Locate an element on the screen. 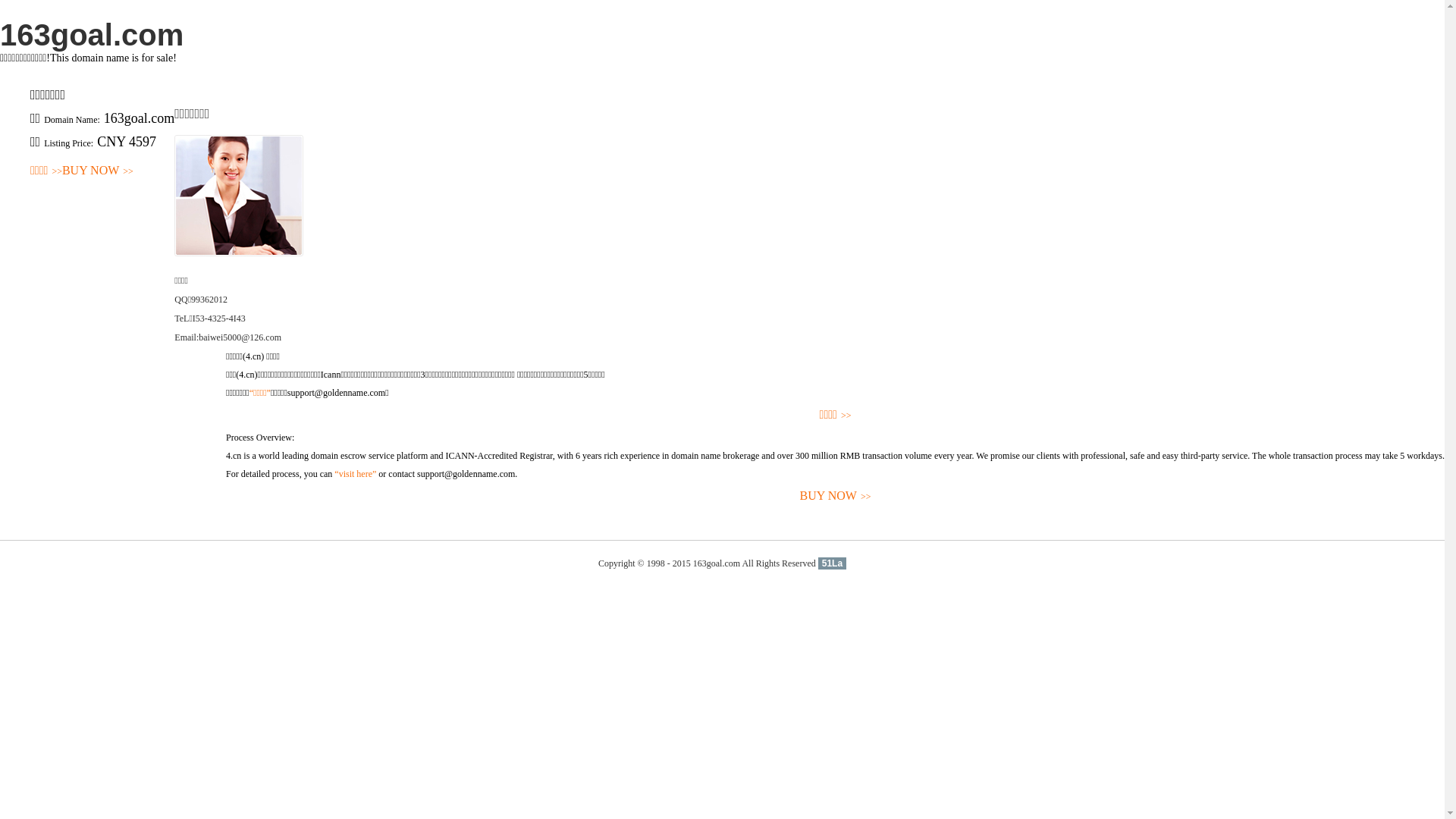 This screenshot has width=1456, height=819. '51La' is located at coordinates (817, 563).